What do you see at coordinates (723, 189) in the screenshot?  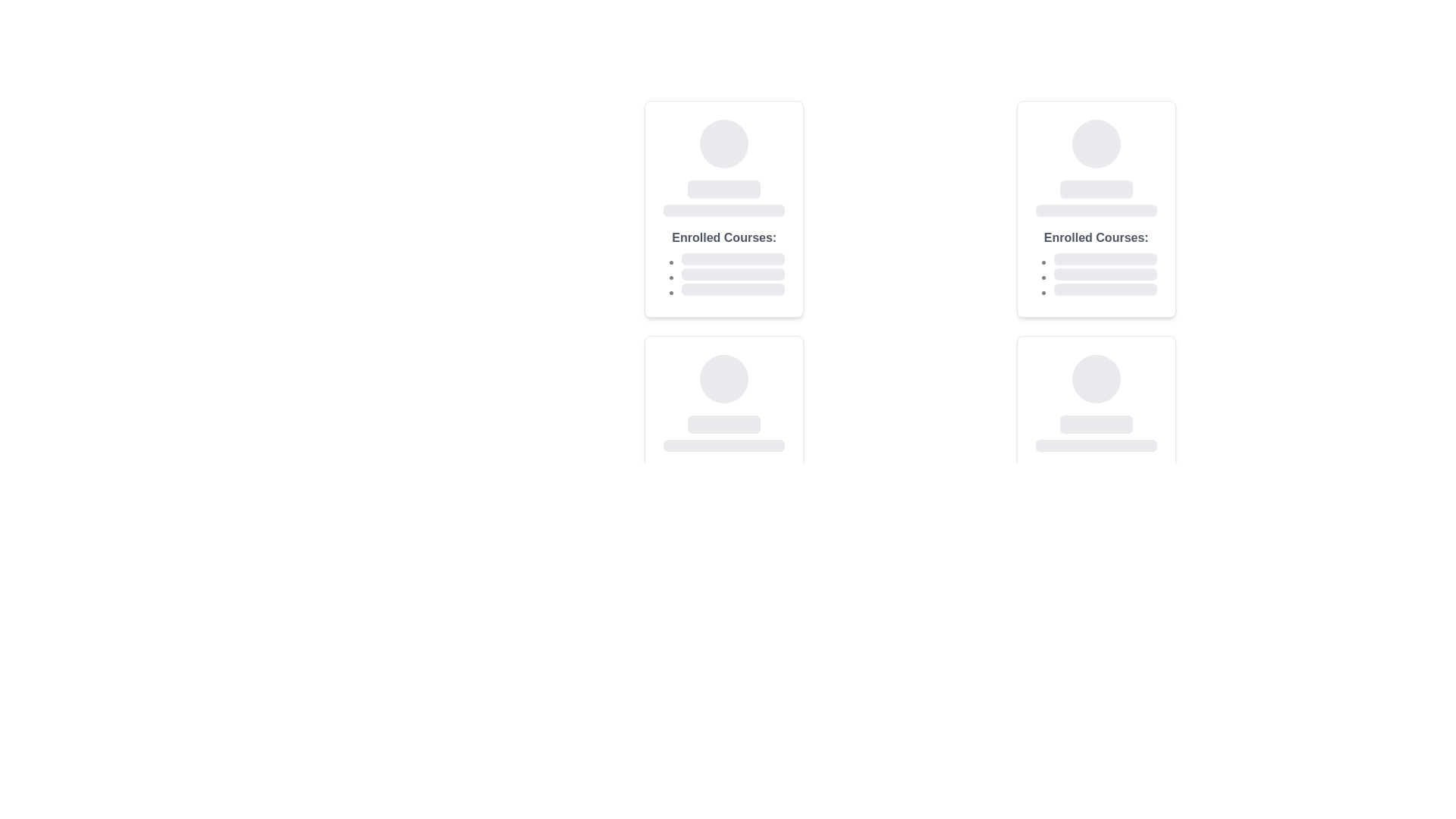 I see `the Placeholder UI loader, which indicates a loading state and serves as a visual cue for content yet to be populated` at bounding box center [723, 189].